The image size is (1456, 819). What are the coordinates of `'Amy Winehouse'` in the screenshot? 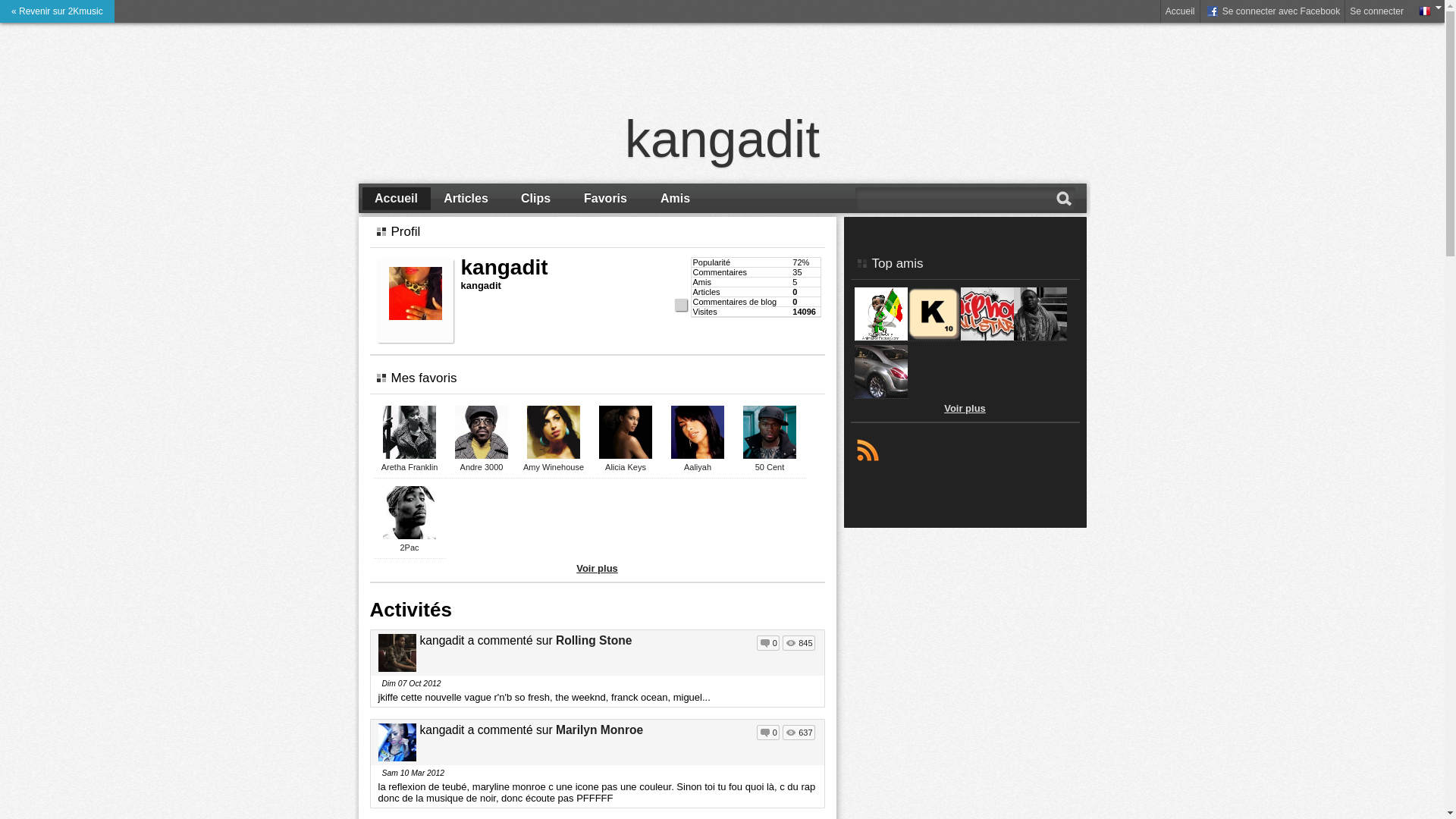 It's located at (552, 466).